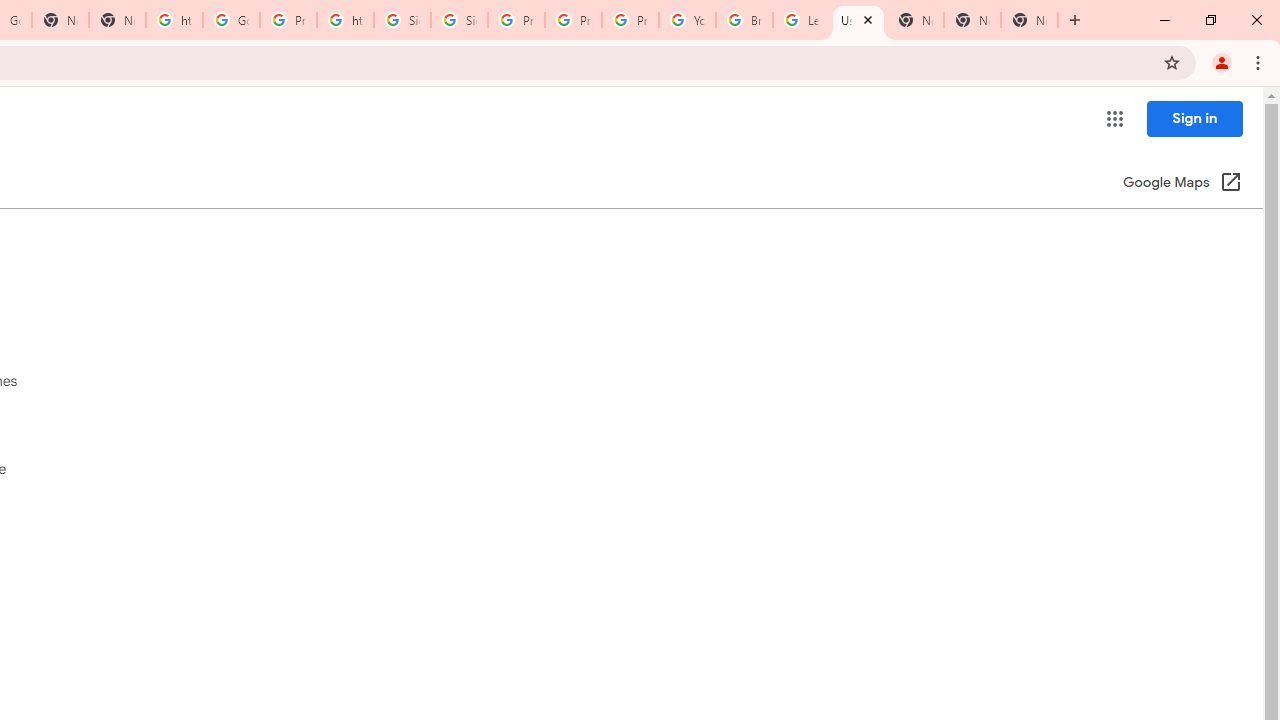 The width and height of the screenshot is (1280, 720). What do you see at coordinates (972, 20) in the screenshot?
I see `'New Tab'` at bounding box center [972, 20].